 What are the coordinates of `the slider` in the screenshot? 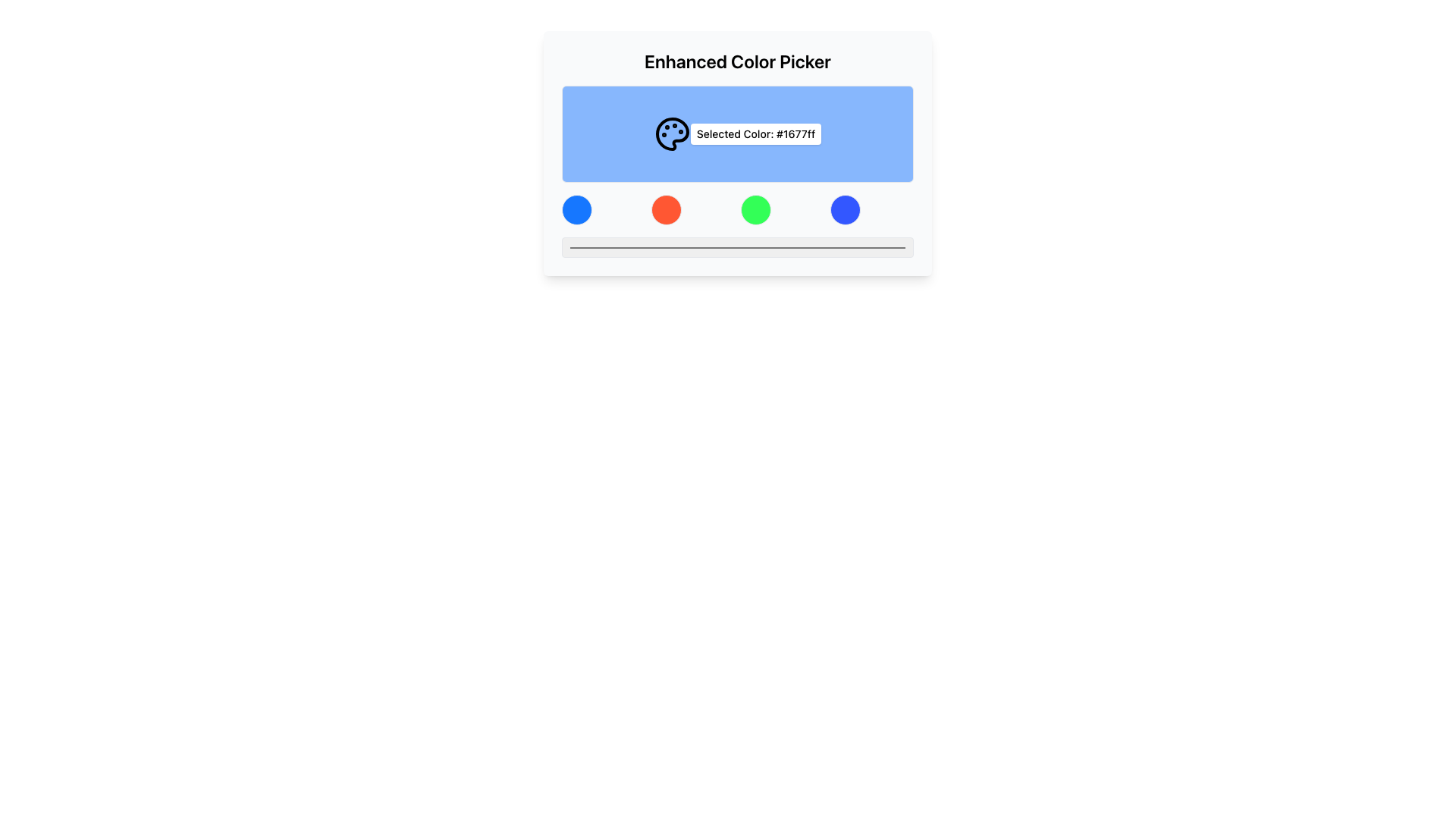 It's located at (592, 246).